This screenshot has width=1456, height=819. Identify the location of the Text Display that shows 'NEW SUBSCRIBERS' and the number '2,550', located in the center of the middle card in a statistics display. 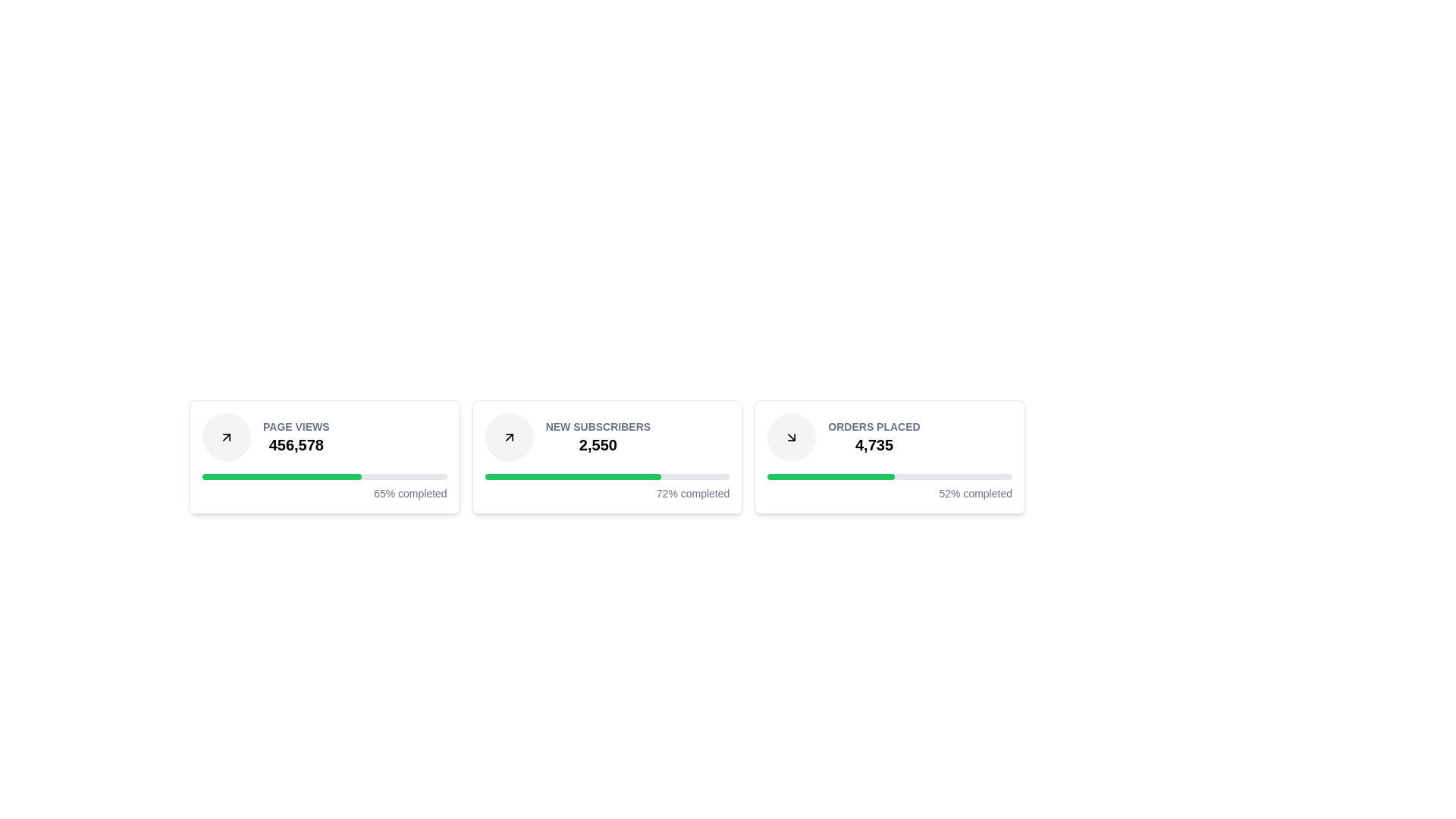
(597, 438).